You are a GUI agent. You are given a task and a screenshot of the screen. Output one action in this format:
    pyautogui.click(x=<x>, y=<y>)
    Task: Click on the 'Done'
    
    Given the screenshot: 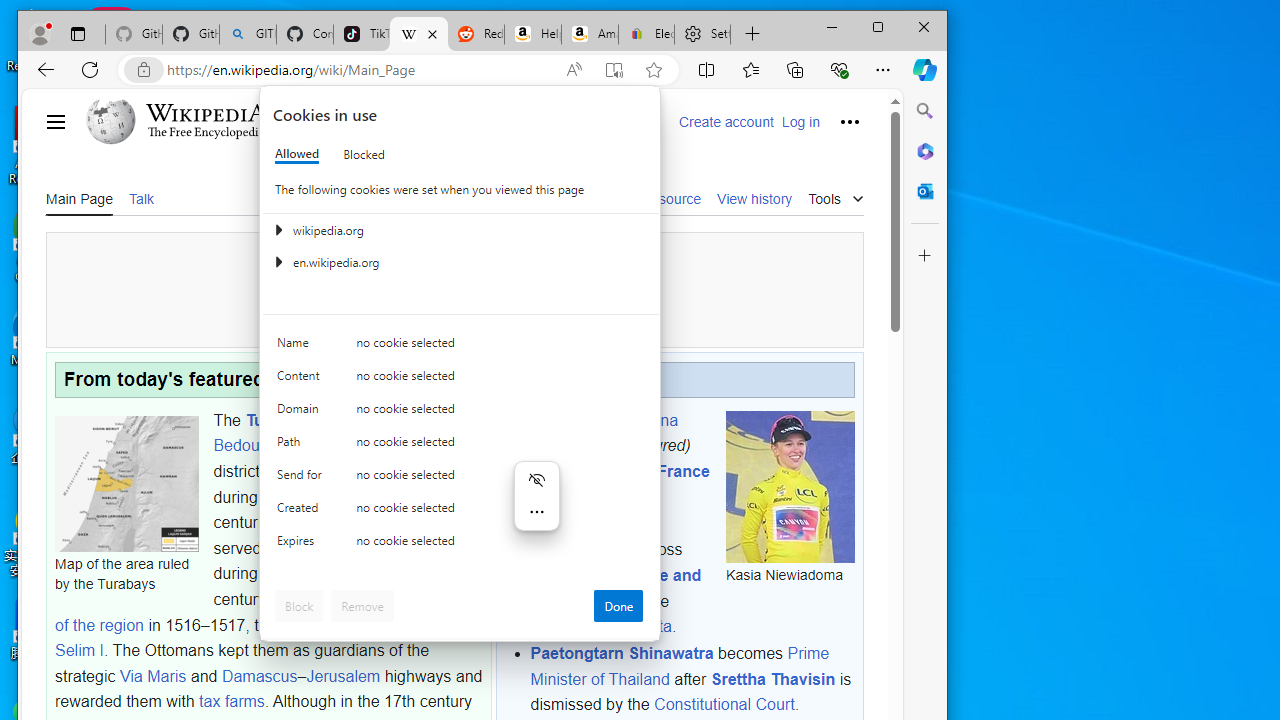 What is the action you would take?
    pyautogui.click(x=617, y=604)
    